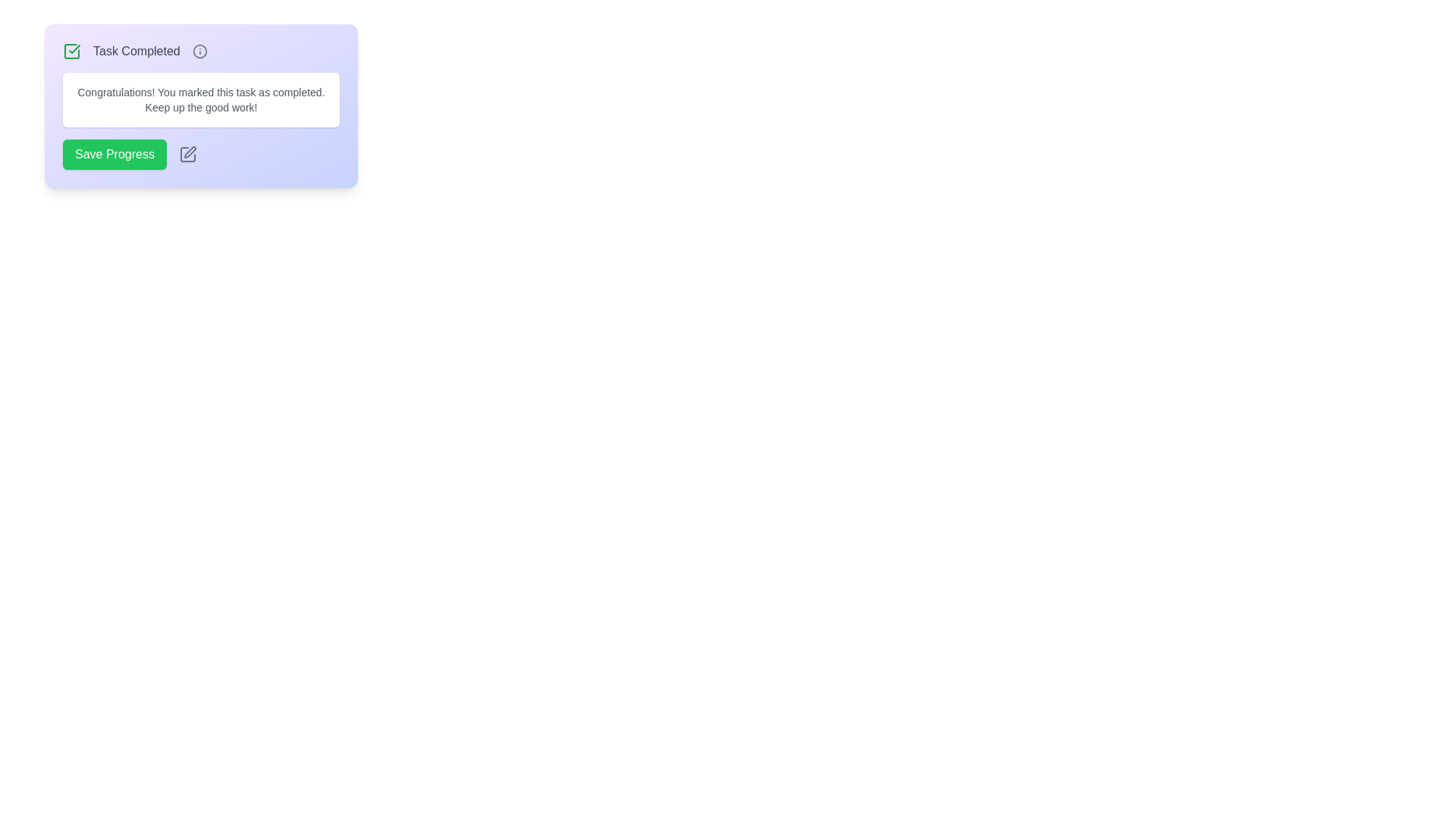 The image size is (1456, 819). I want to click on the Status summary section which contains a green check icon on the left, gray text 'Task Completed' in the center, and an info icon on the right, located at the top of the interface, so click(200, 51).